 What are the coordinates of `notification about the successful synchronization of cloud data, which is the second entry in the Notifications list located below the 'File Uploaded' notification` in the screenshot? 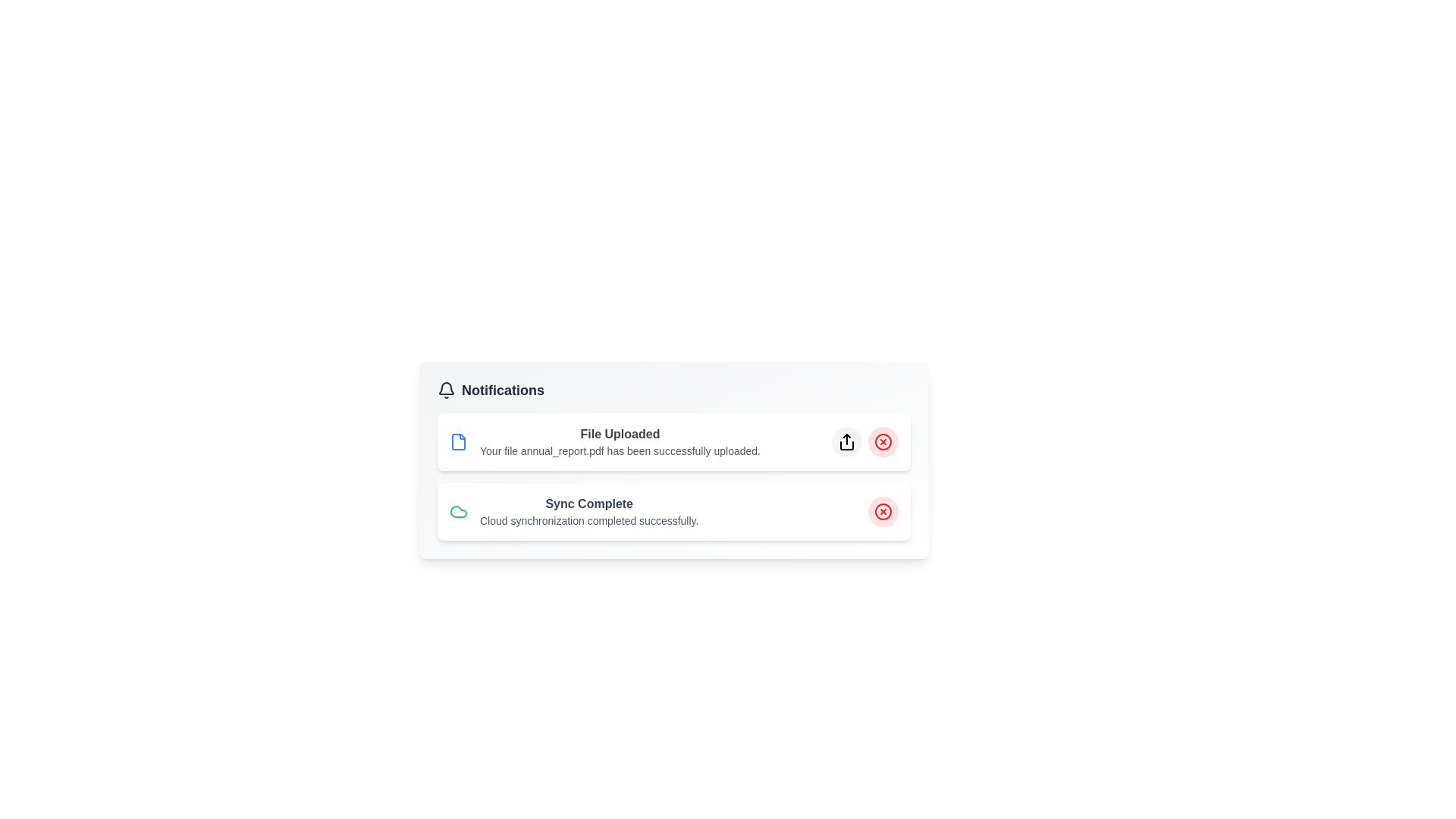 It's located at (573, 512).